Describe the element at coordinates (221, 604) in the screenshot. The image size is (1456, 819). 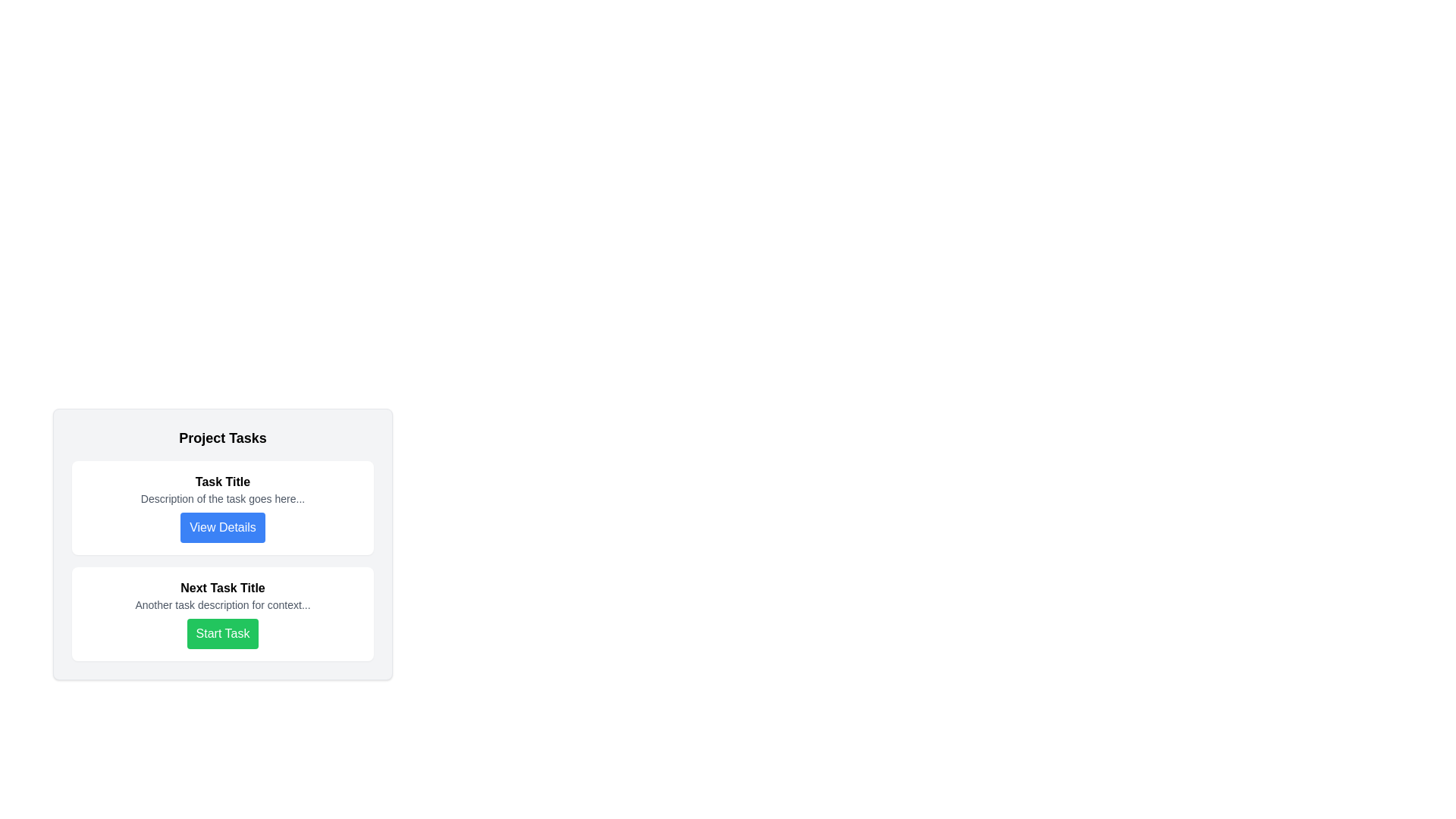
I see `text label containing the phrase 'Another task description for context...', which is styled in a smaller font size and gray color, located below the 'Next Task Title' and above the 'Start Task' button` at that location.